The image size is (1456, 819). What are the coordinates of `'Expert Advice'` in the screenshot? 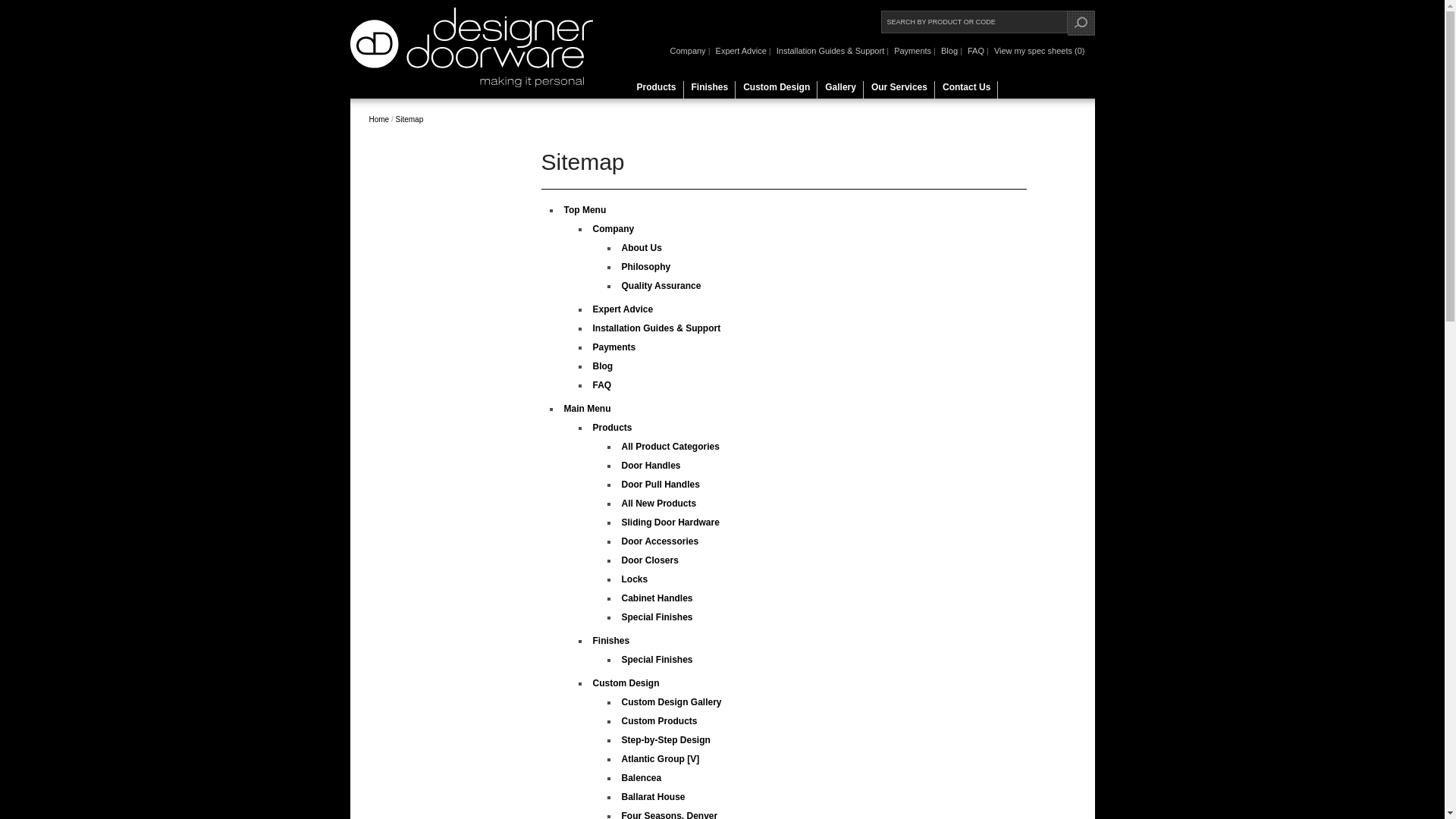 It's located at (712, 49).